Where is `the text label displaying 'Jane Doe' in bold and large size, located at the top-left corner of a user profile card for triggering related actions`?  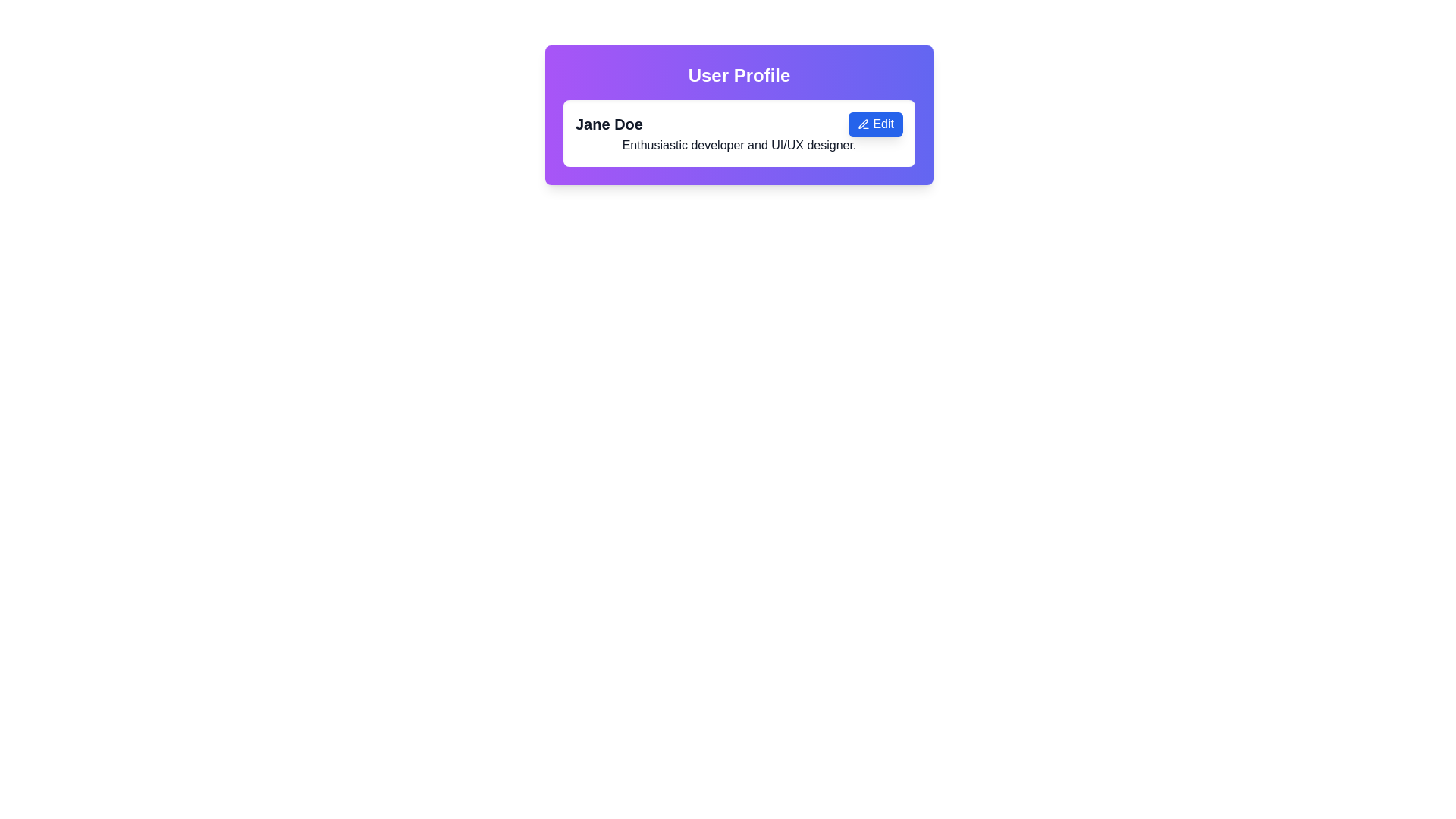
the text label displaying 'Jane Doe' in bold and large size, located at the top-left corner of a user profile card for triggering related actions is located at coordinates (609, 124).